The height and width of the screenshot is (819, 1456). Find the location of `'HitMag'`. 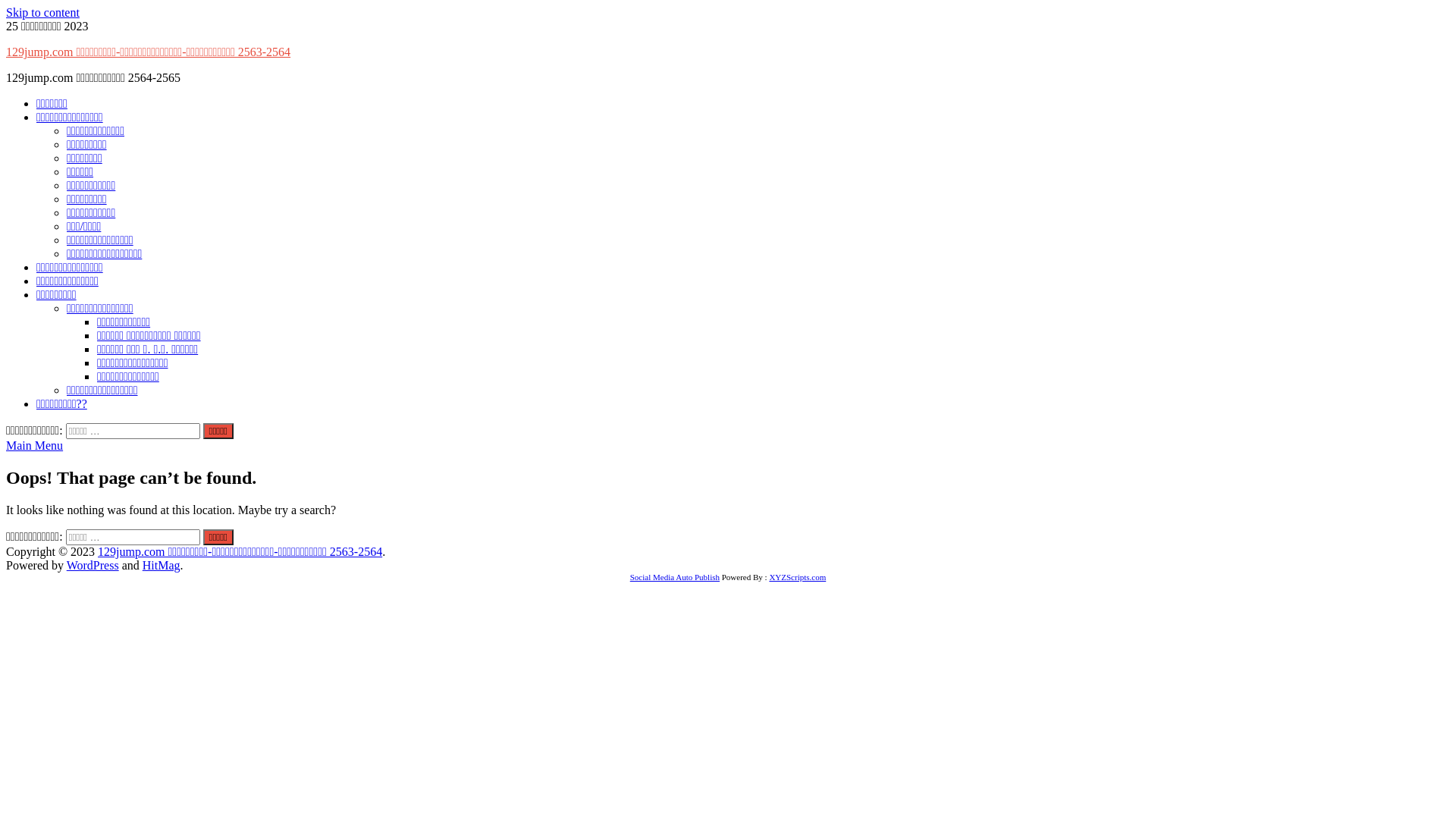

'HitMag' is located at coordinates (161, 565).